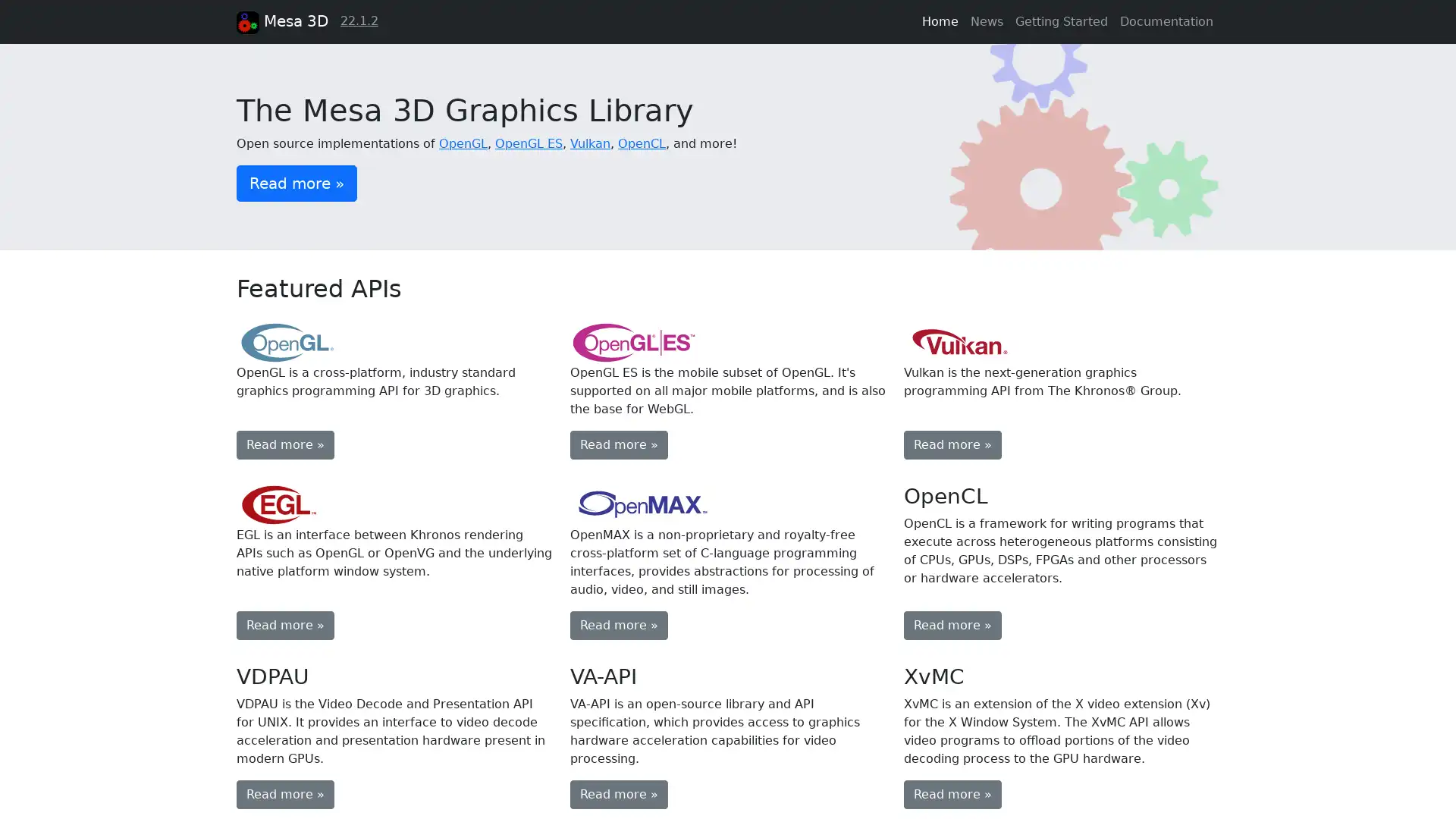 Image resolution: width=1456 pixels, height=819 pixels. What do you see at coordinates (285, 444) in the screenshot?
I see `Read more` at bounding box center [285, 444].